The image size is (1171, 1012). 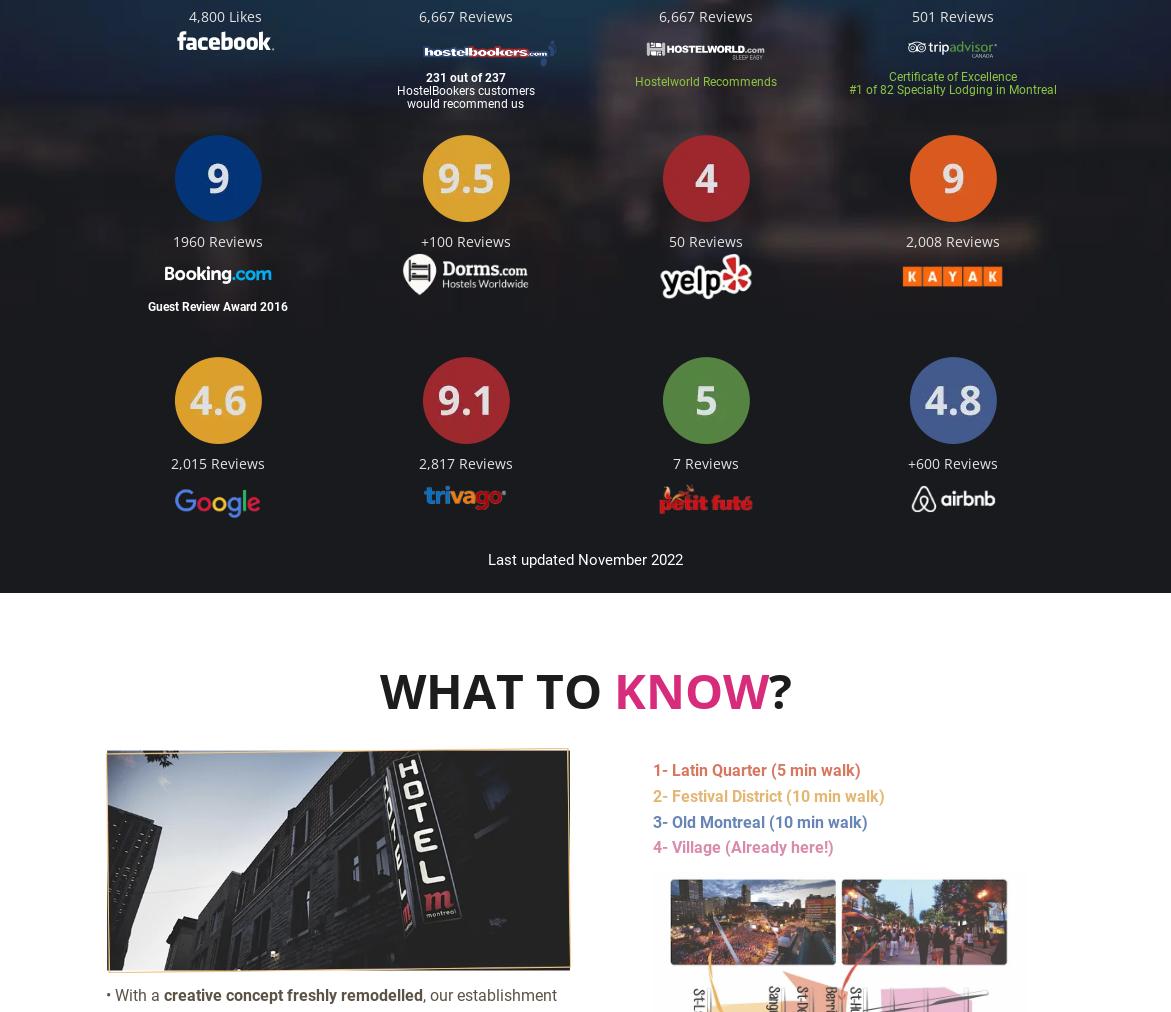 What do you see at coordinates (767, 794) in the screenshot?
I see `'2- Festival District (10 min walk)'` at bounding box center [767, 794].